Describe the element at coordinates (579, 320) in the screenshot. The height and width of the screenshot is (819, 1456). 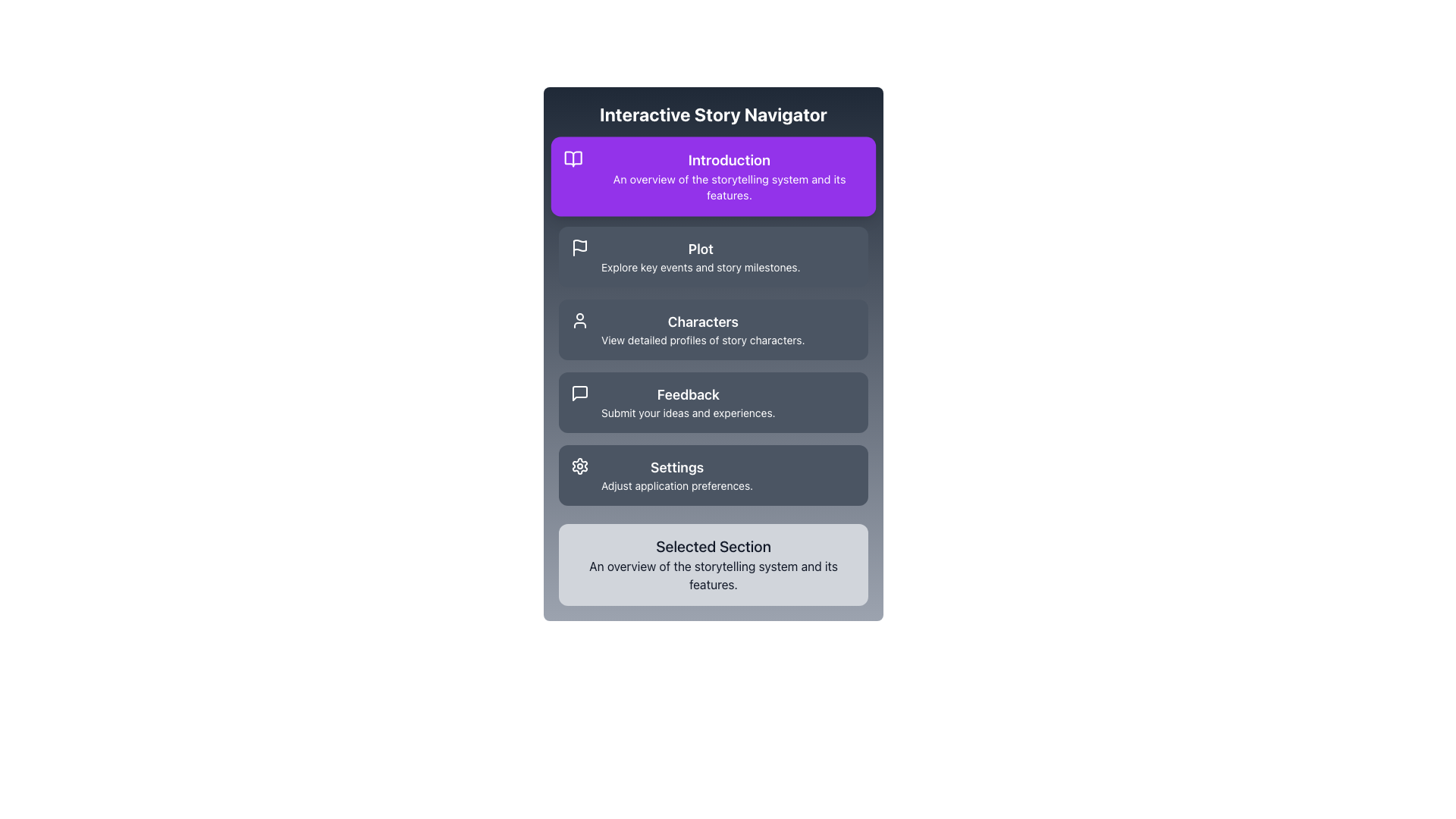
I see `the user profile icon resembling a person's silhouette located in the 'Characters' menu option` at that location.